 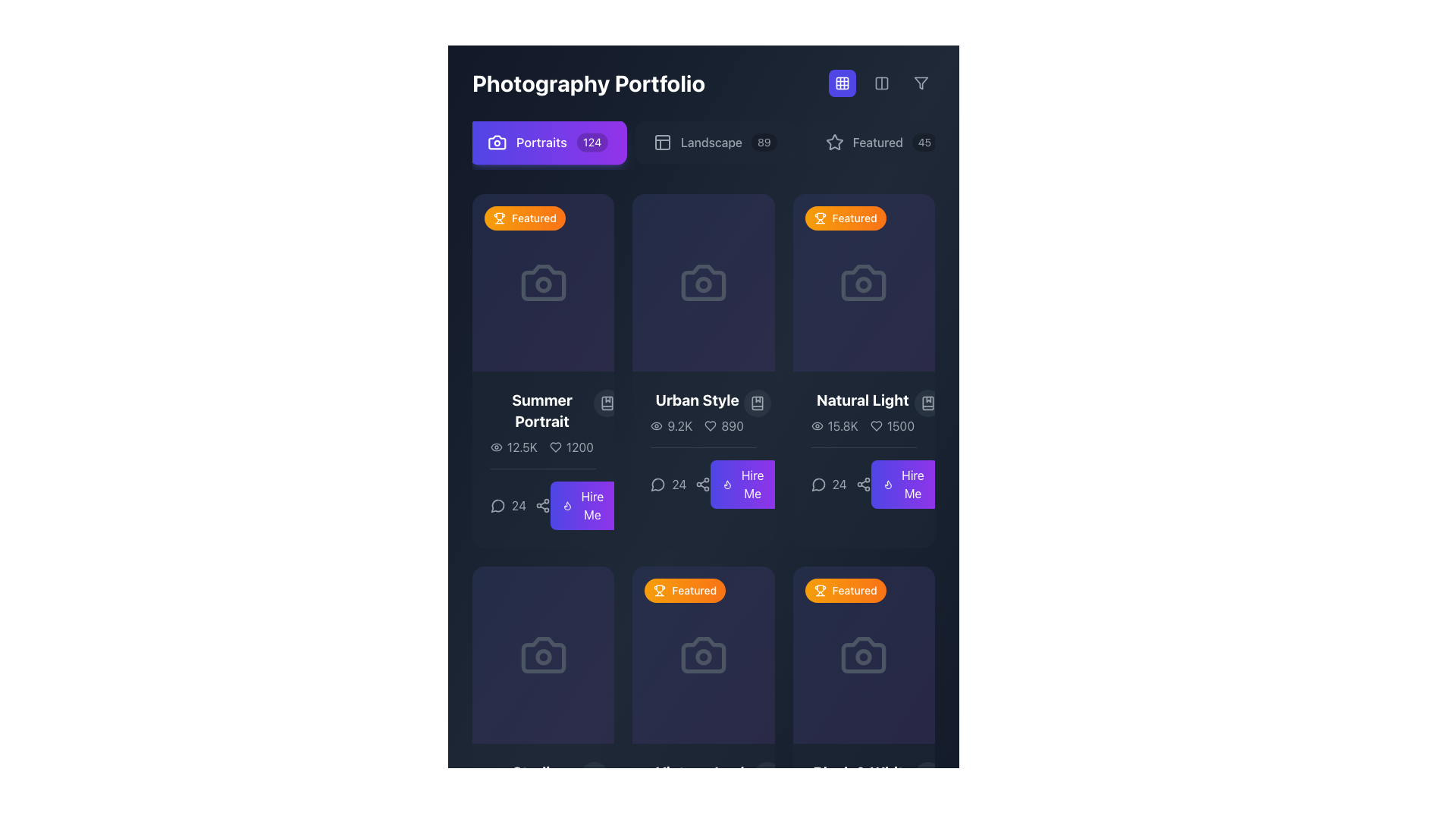 What do you see at coordinates (881, 83) in the screenshot?
I see `the middle button in the group of three icons at the top-right corner of the interface` at bounding box center [881, 83].